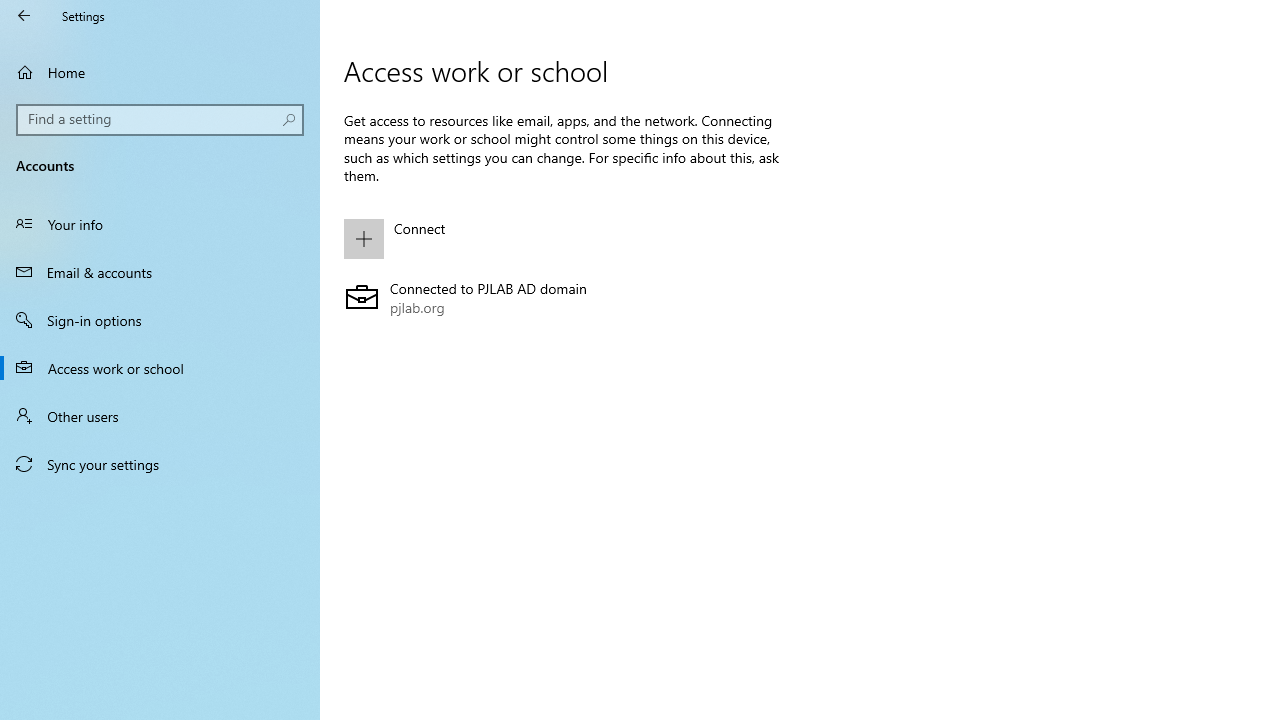 Image resolution: width=1280 pixels, height=720 pixels. I want to click on 'Back', so click(24, 15).